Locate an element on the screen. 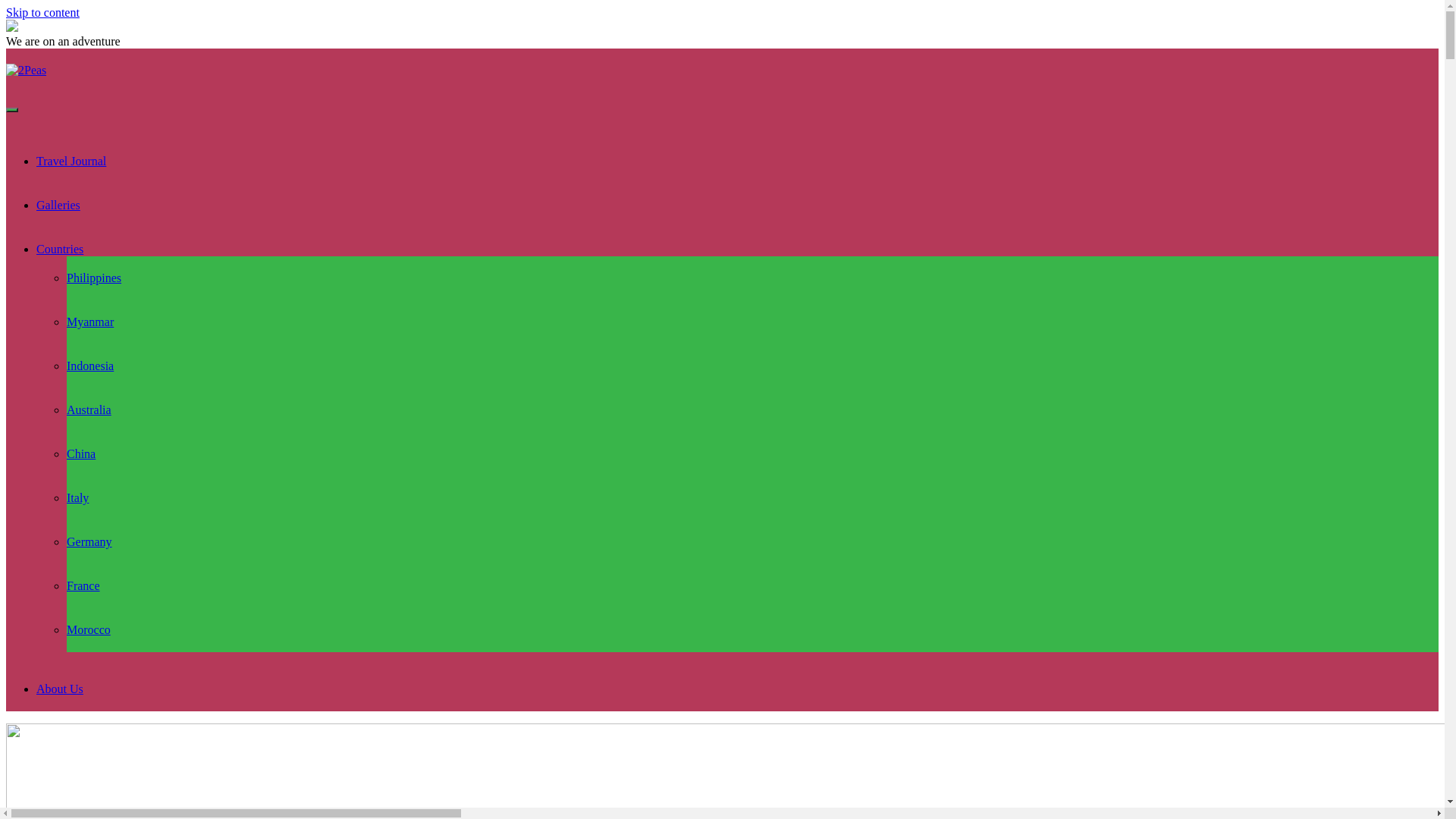 The image size is (1456, 819). 'Australia' is located at coordinates (65, 409).